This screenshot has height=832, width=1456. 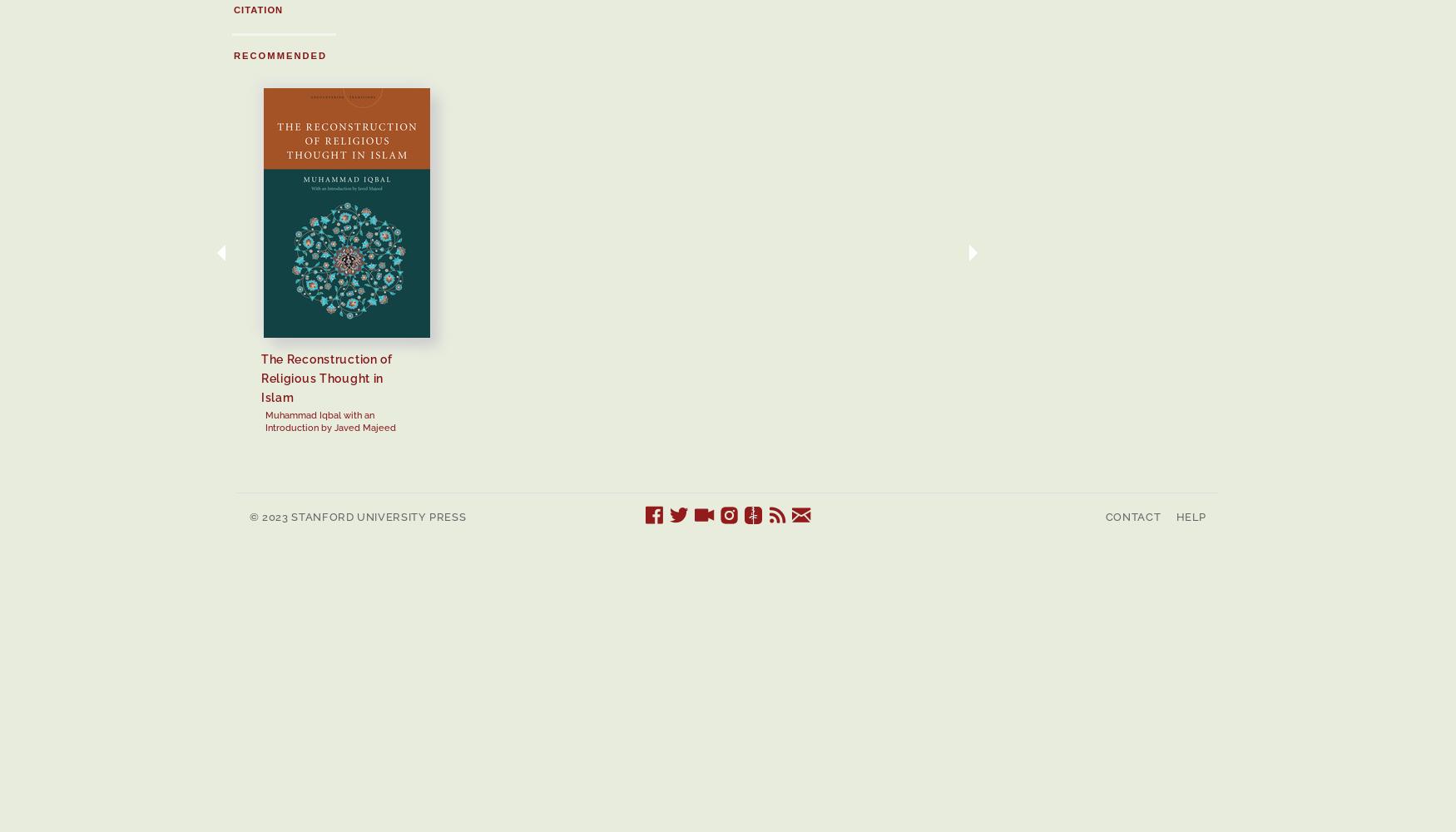 I want to click on 'Samira Haj', so click(x=1066, y=395).